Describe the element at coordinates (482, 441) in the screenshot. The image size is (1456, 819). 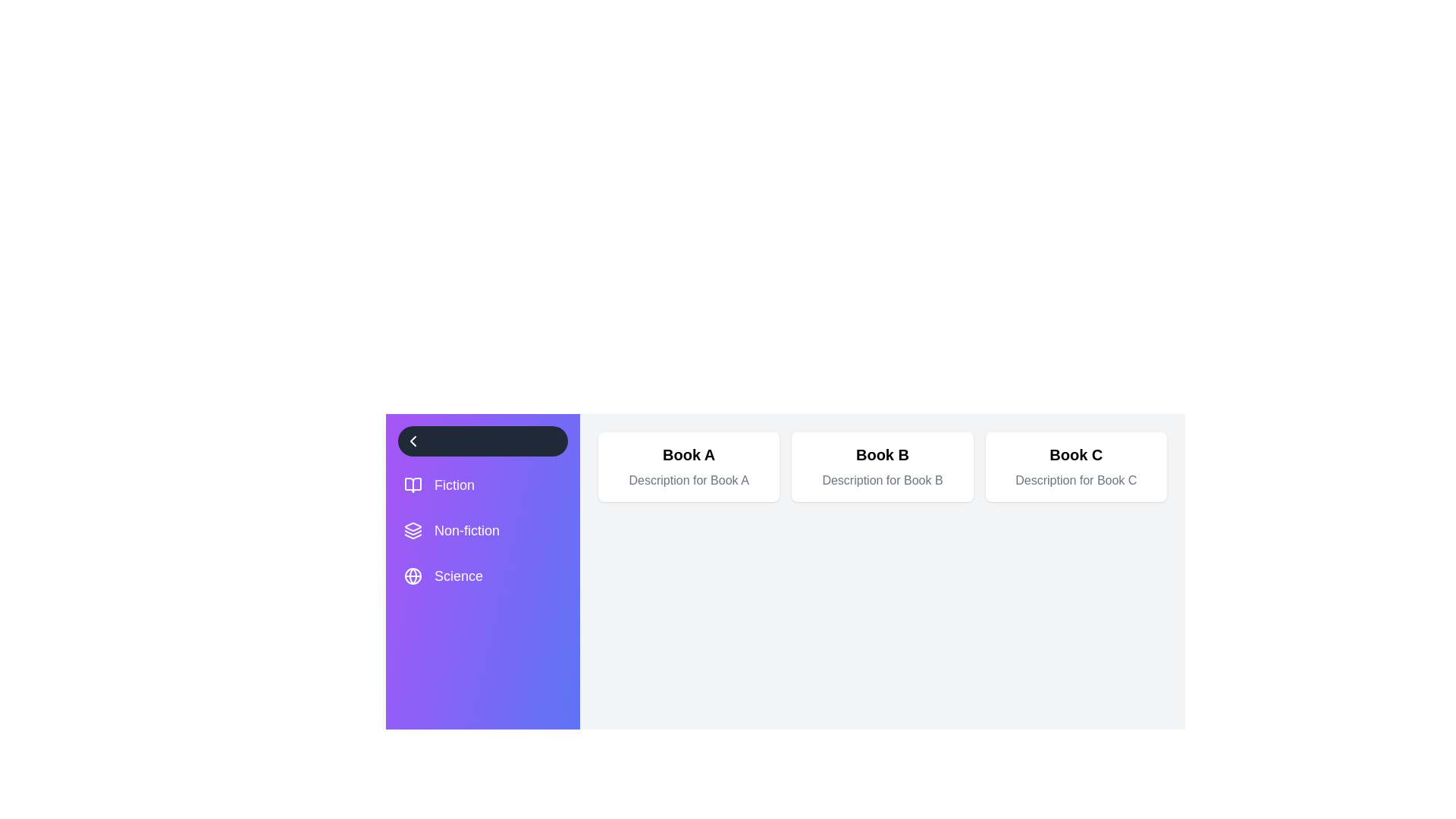
I see `the arrow button to toggle the drawer open or closed` at that location.